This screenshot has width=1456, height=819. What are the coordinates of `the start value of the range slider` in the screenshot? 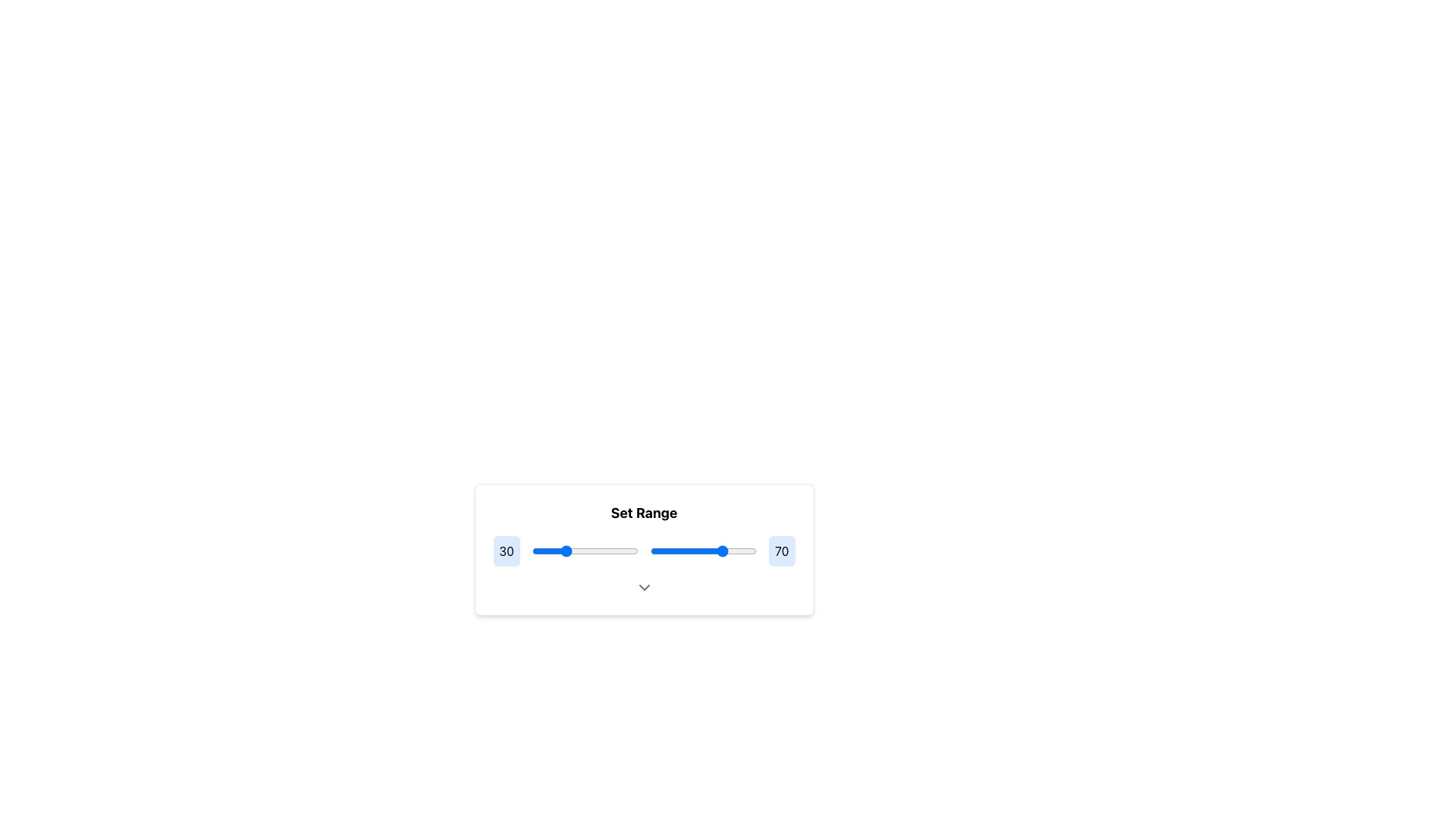 It's located at (539, 551).